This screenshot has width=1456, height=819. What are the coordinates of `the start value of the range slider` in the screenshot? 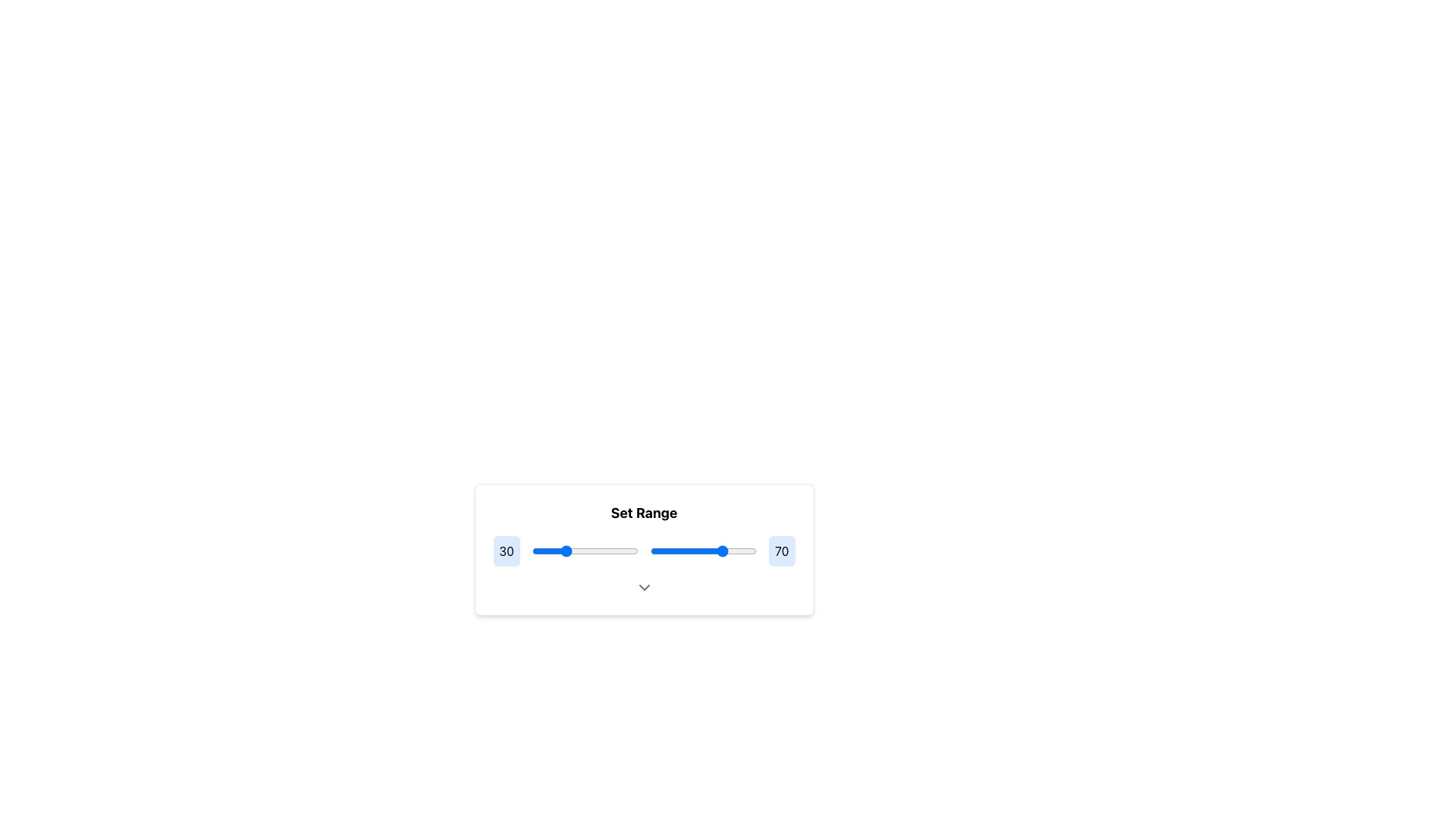 It's located at (539, 551).